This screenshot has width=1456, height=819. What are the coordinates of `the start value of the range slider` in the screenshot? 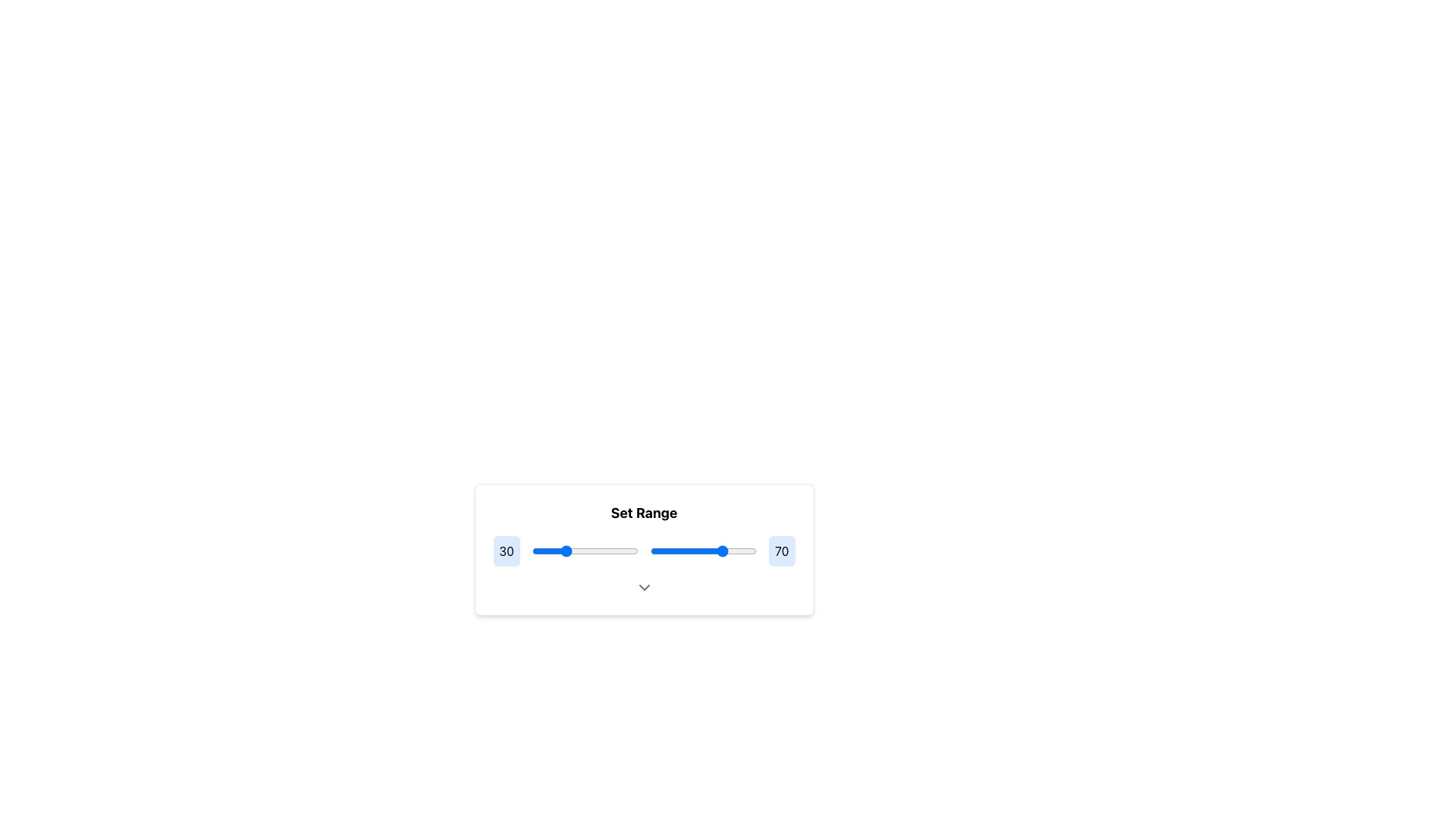 It's located at (539, 551).